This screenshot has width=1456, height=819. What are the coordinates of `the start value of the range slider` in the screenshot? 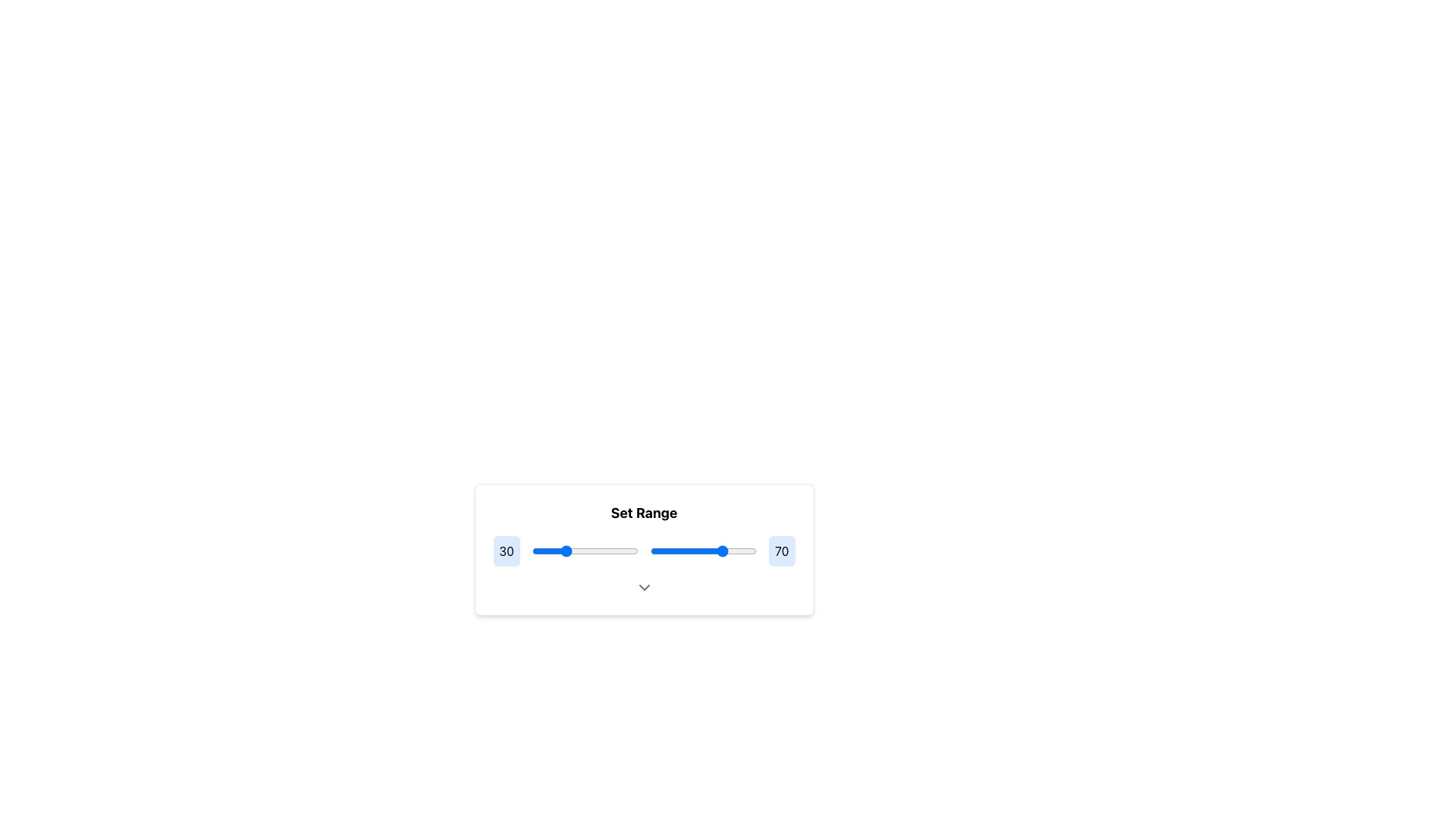 It's located at (539, 551).